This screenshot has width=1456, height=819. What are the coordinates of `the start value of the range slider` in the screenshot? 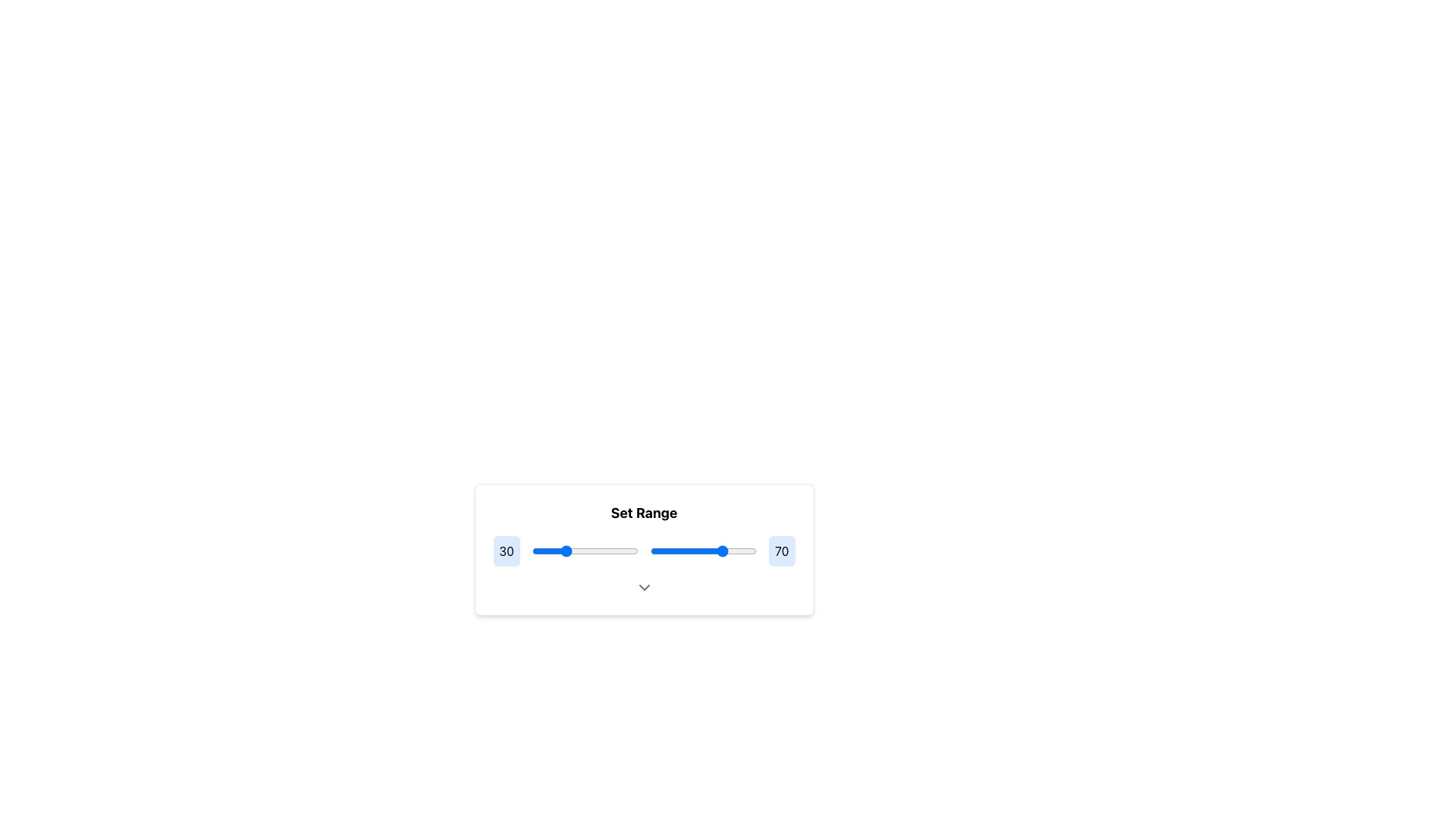 It's located at (539, 551).